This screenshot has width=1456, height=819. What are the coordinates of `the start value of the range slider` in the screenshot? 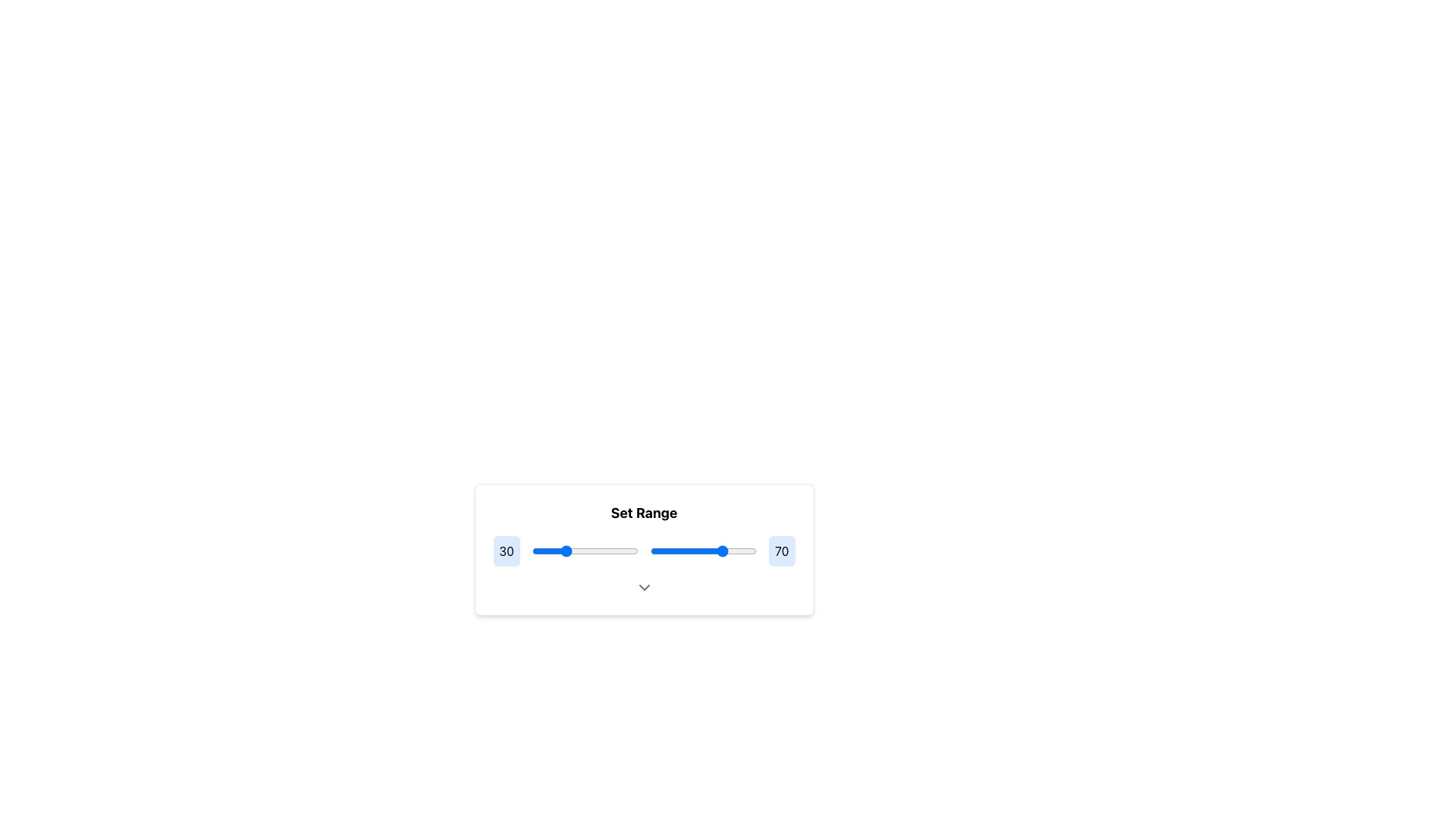 It's located at (539, 551).